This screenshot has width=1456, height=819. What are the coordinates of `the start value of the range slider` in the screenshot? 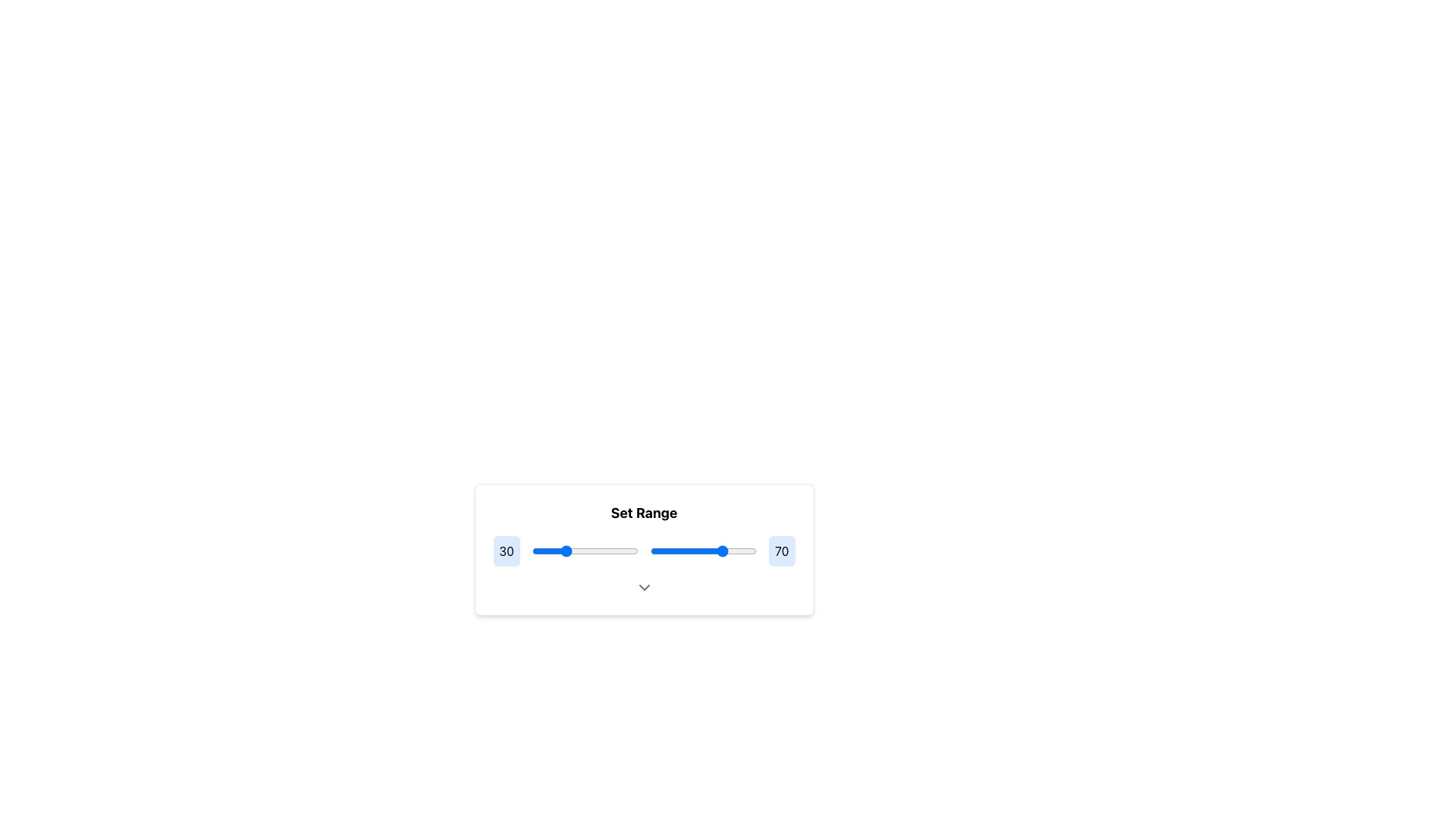 It's located at (539, 551).